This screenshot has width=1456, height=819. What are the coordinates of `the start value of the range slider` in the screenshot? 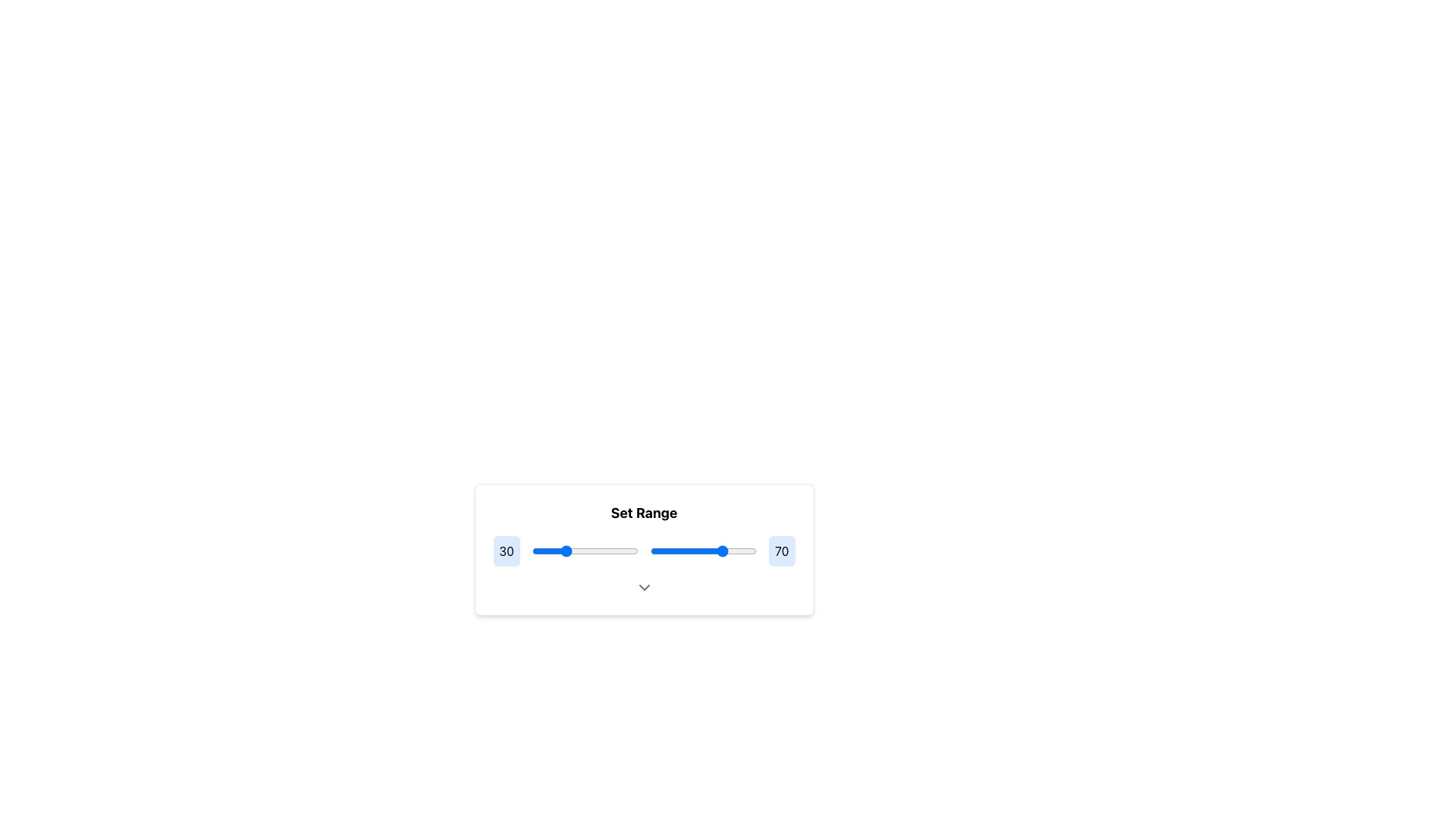 It's located at (539, 551).